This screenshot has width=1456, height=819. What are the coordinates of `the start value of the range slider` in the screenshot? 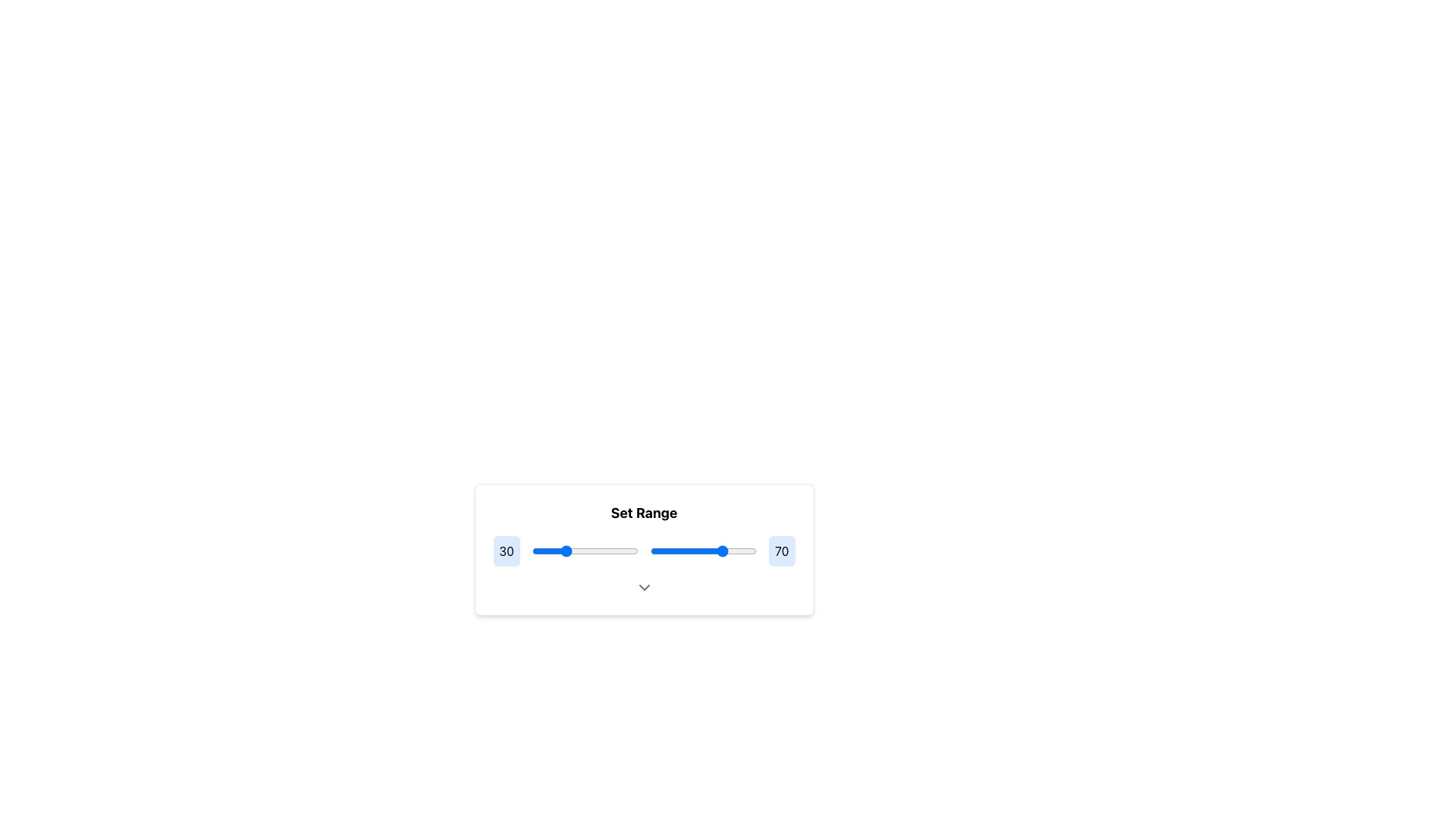 It's located at (539, 551).